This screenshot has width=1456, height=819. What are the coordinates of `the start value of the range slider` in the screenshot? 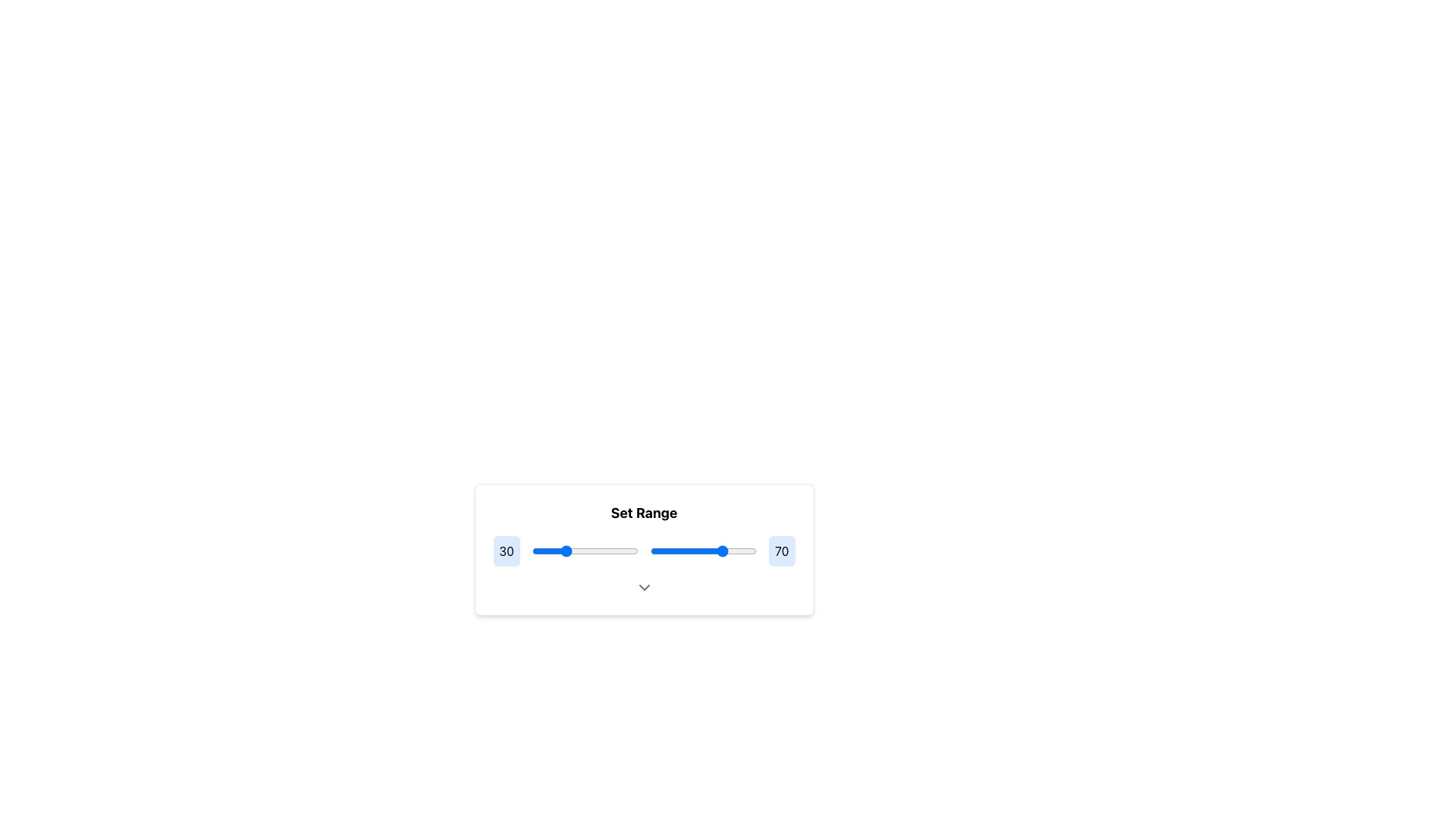 It's located at (539, 551).